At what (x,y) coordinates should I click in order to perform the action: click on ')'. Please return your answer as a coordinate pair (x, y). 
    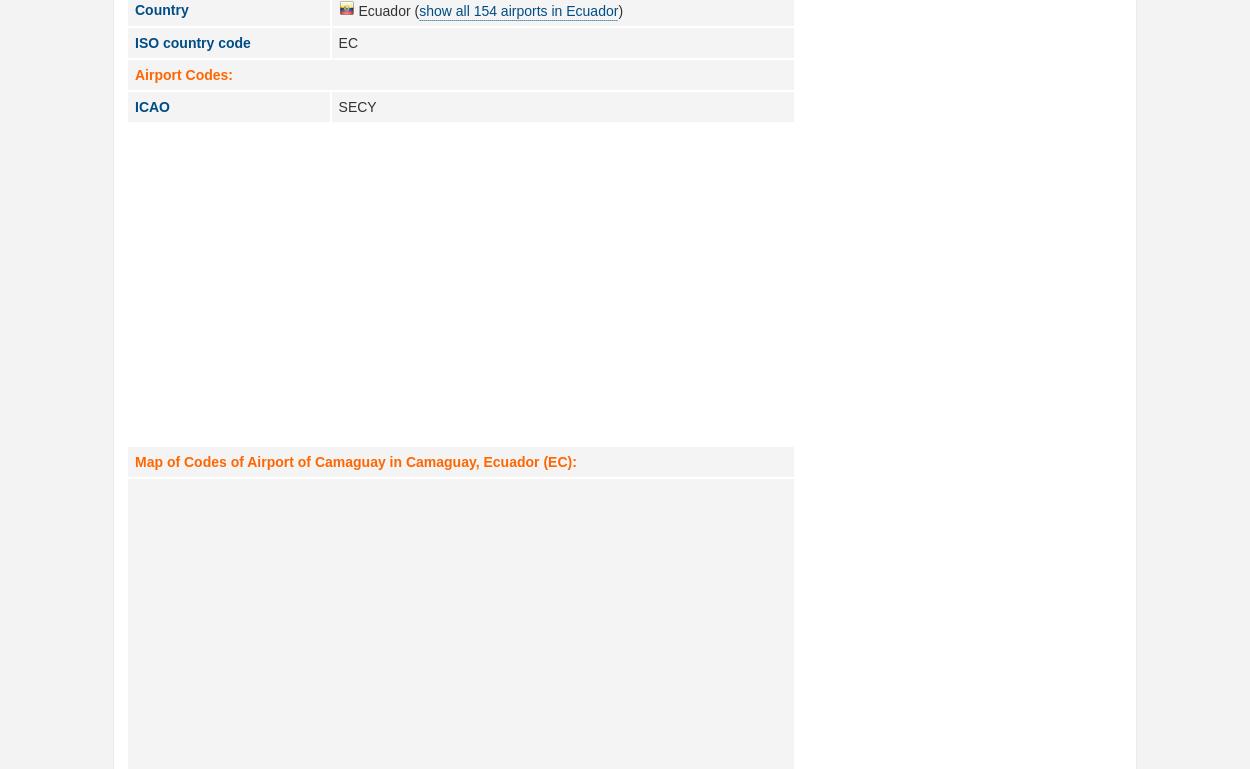
    Looking at the image, I should click on (619, 9).